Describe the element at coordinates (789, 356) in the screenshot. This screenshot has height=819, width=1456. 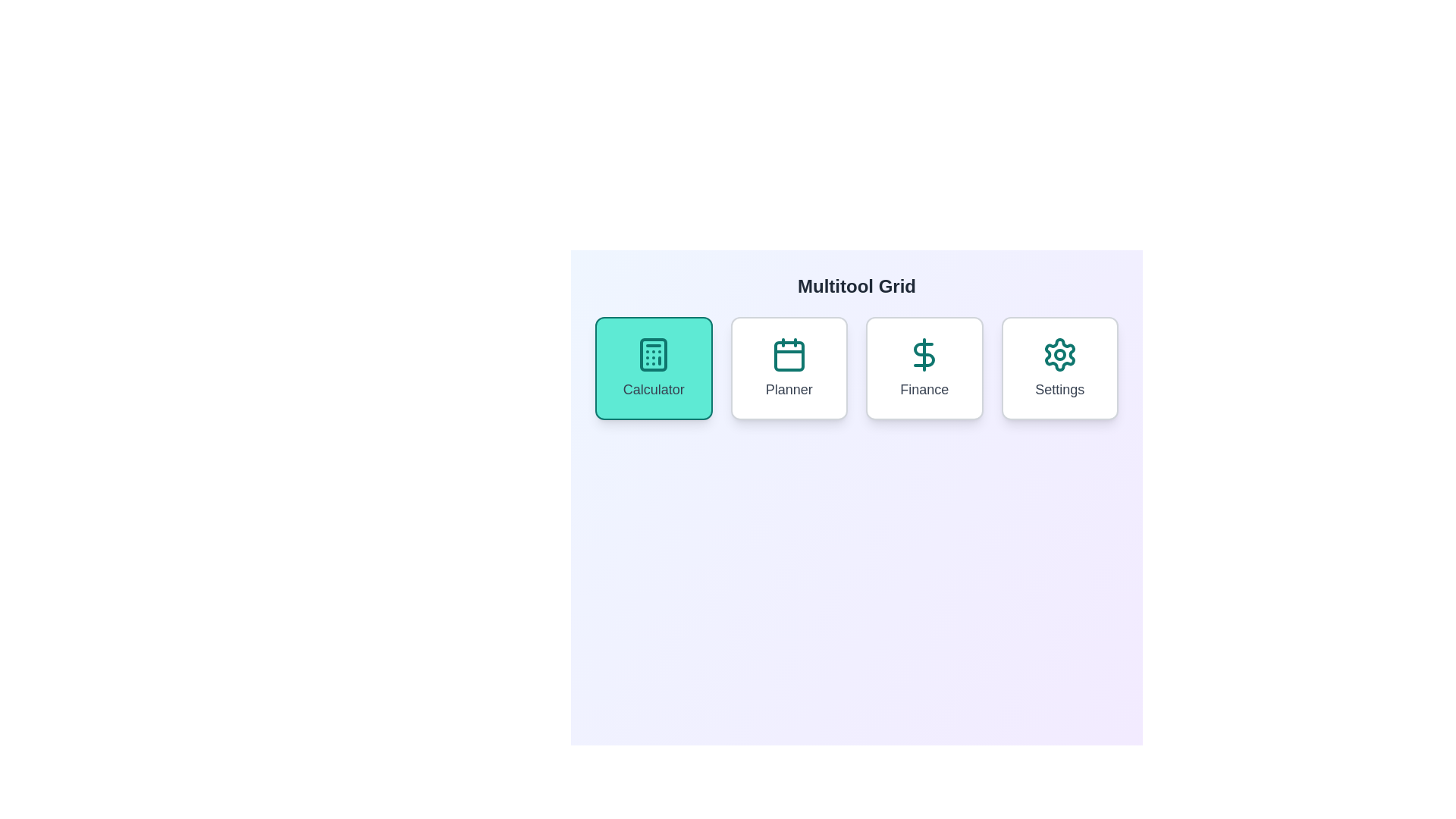
I see `the decorative graphical component of the calendar icon, which represents a highlighted date within the 'Planner' section` at that location.